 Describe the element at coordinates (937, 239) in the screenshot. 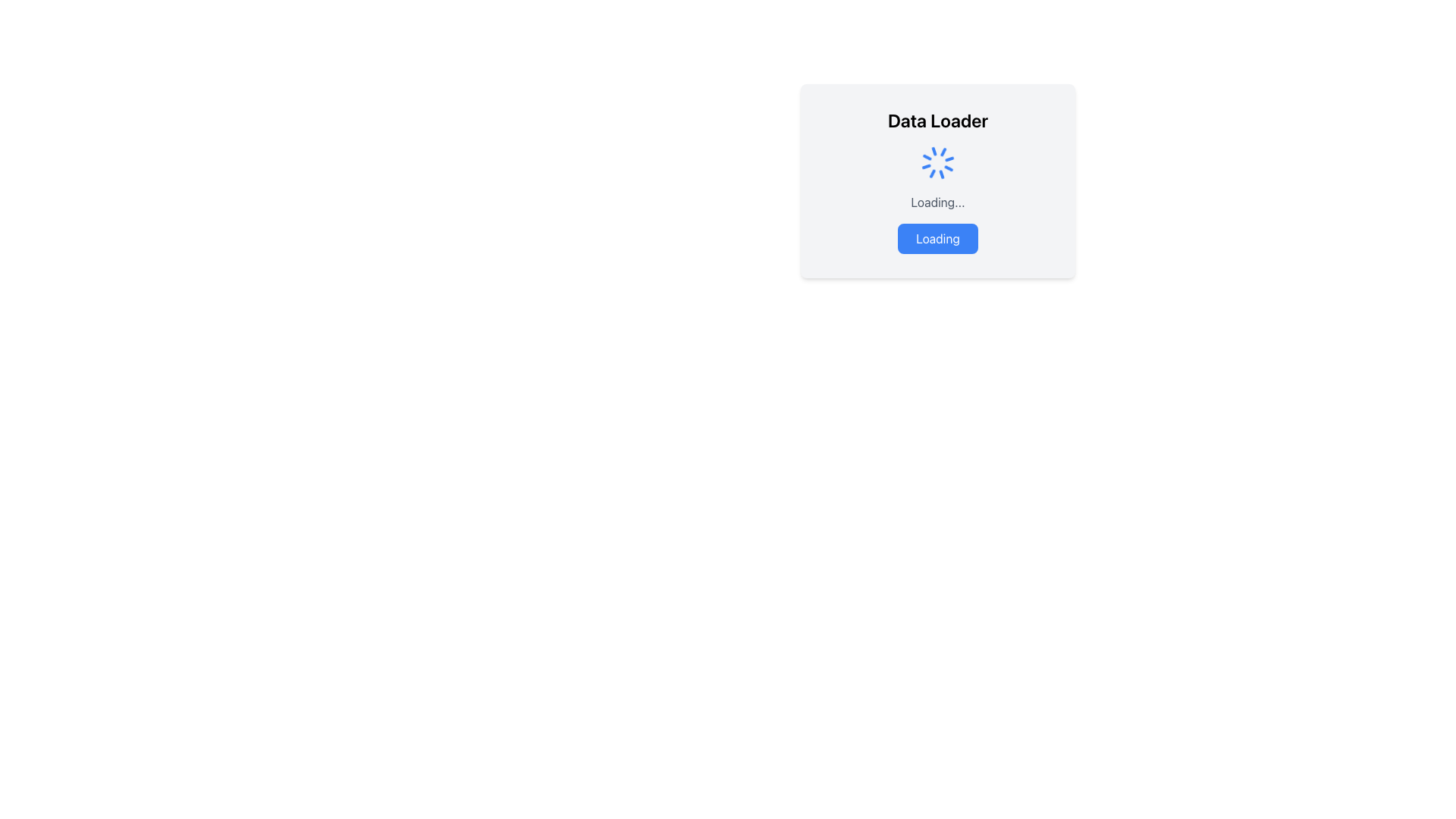

I see `the non-interactive loading indicator button located at the bottom of the card interface, centered horizontally beneath the 'Loading...' text label` at that location.